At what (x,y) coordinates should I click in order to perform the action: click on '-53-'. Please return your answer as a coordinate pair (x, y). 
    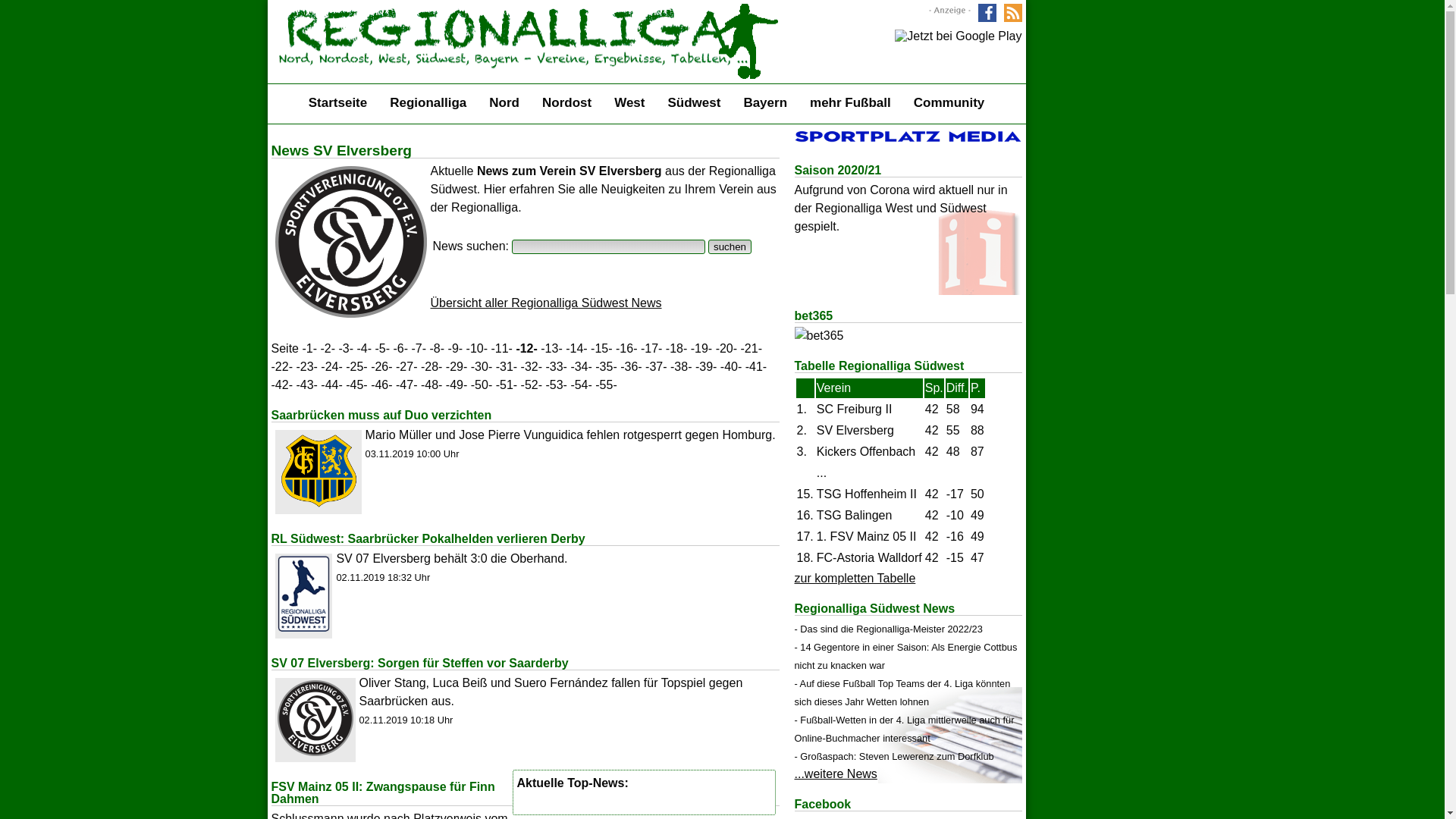
    Looking at the image, I should click on (555, 384).